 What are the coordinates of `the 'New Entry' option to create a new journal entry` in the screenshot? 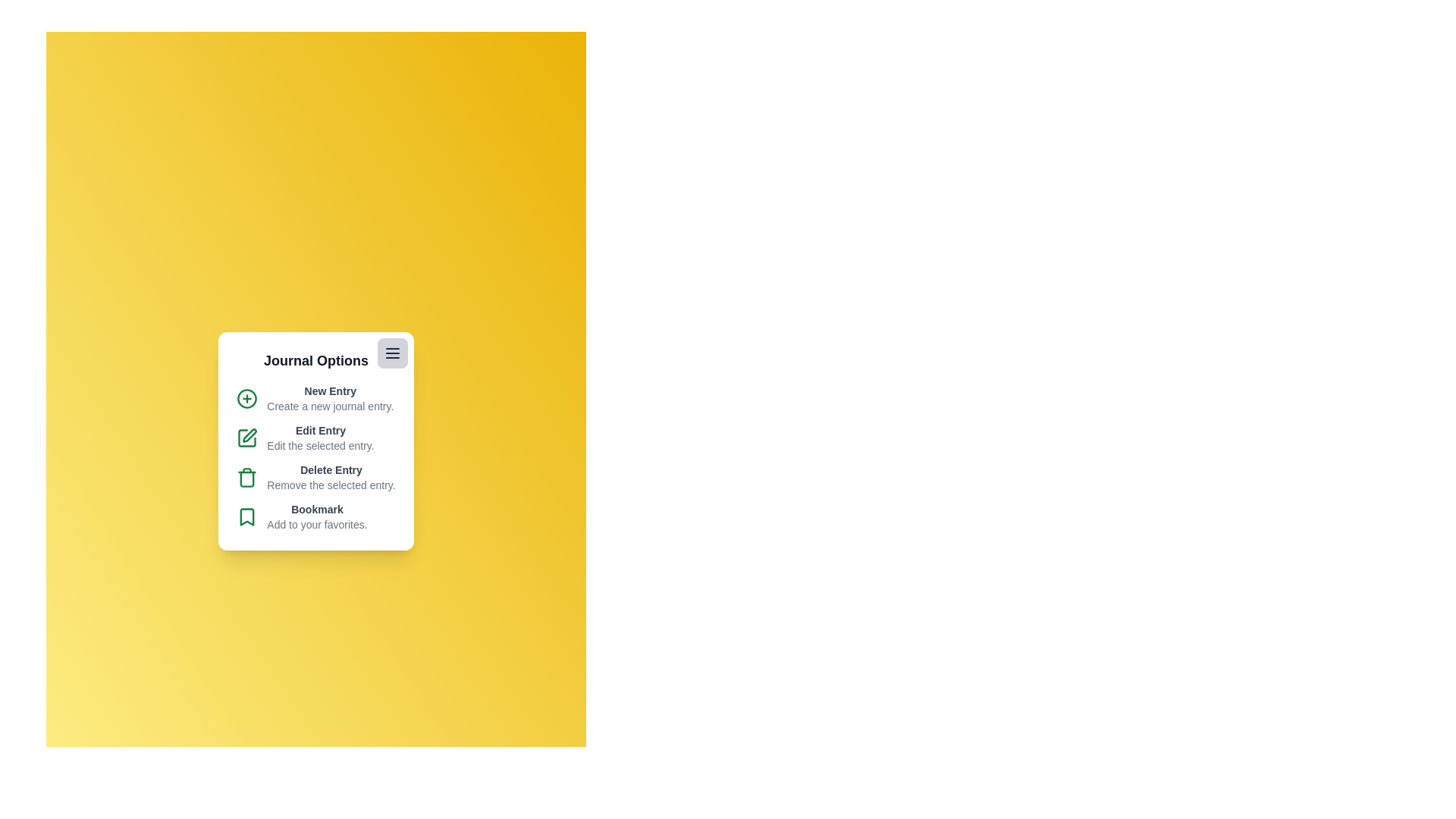 It's located at (329, 391).